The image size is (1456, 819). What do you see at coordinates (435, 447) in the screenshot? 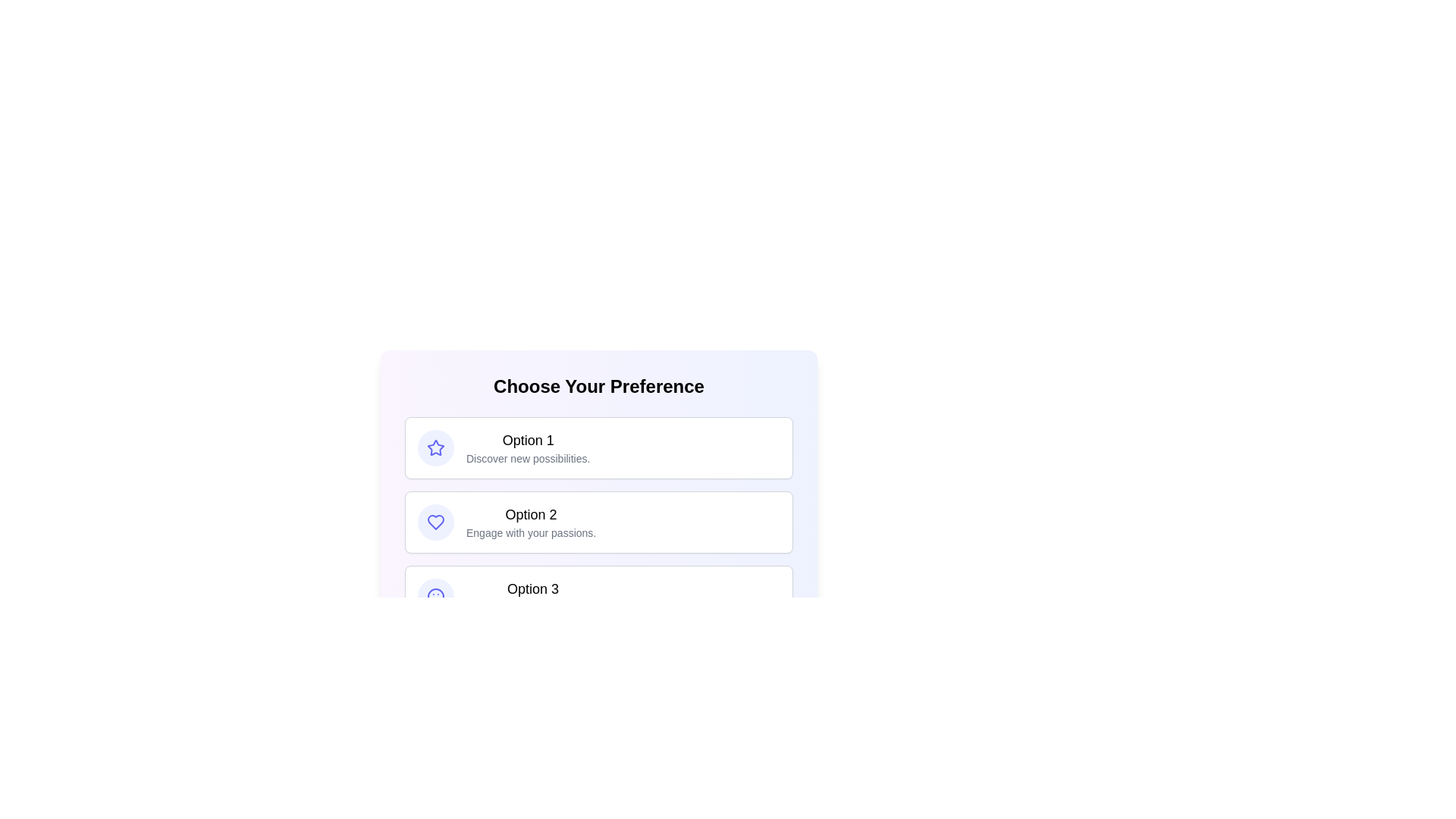
I see `the decorative icon associated with the first option in the list, which is located directly to the left of the text 'Option 1' and 'Discover new possibilities.'` at bounding box center [435, 447].